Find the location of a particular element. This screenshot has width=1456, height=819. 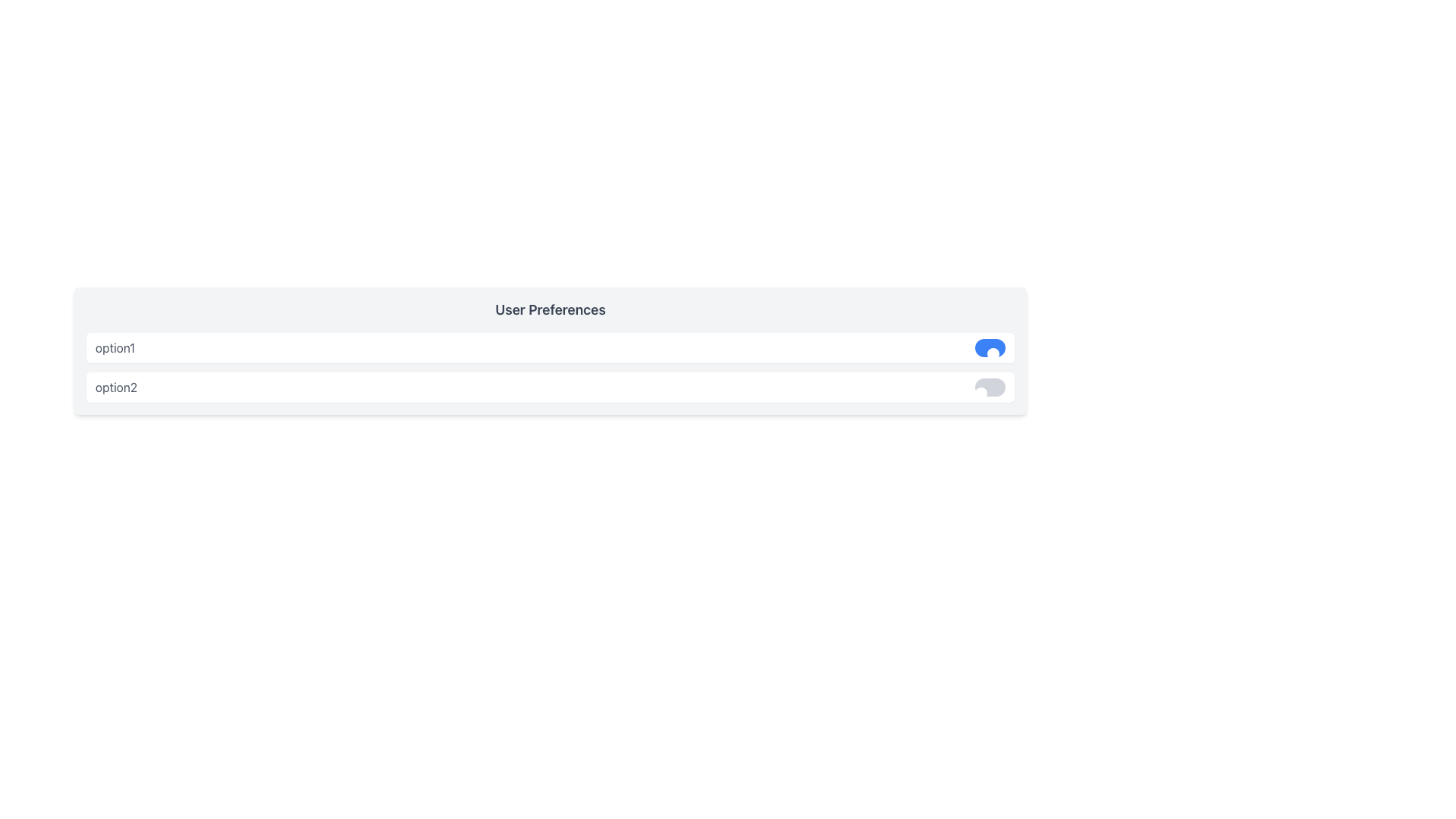

the toggle switch knob, which is represented by a blue capsule aligned to the right side of 'option1' is located at coordinates (993, 353).